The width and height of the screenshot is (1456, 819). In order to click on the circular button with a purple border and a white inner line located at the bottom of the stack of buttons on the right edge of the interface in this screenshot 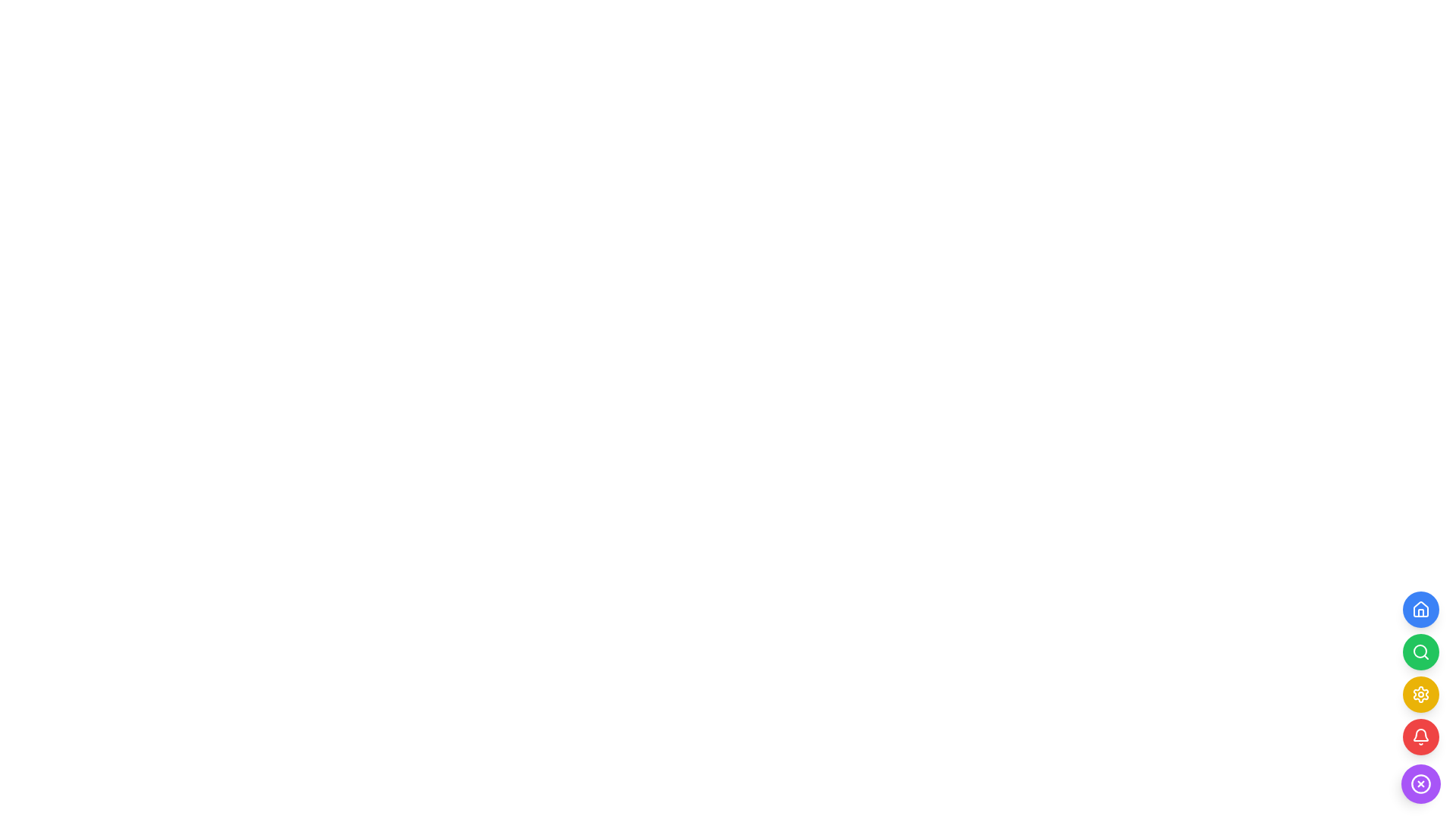, I will do `click(1420, 783)`.